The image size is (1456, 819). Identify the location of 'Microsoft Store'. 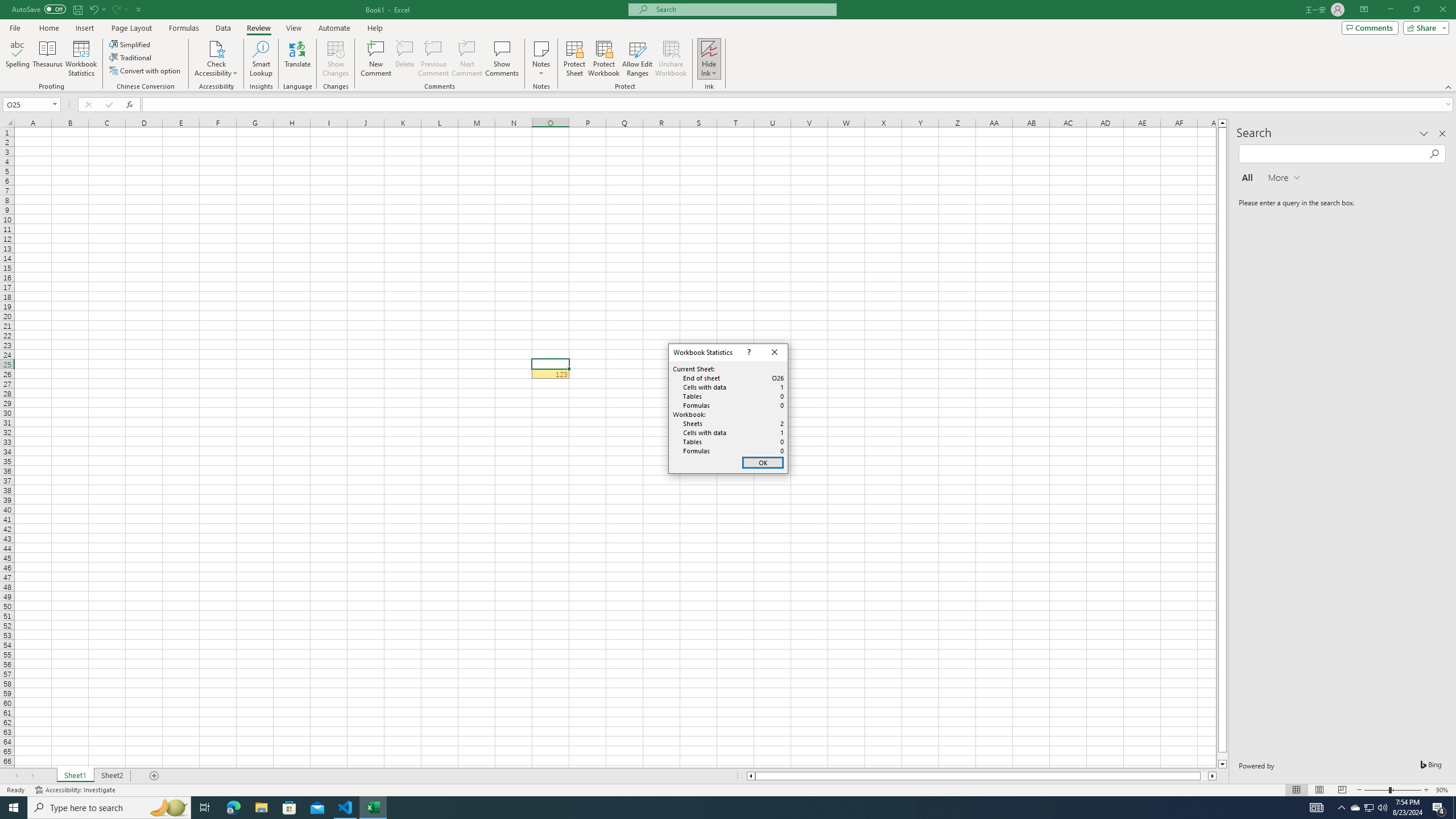
(289, 806).